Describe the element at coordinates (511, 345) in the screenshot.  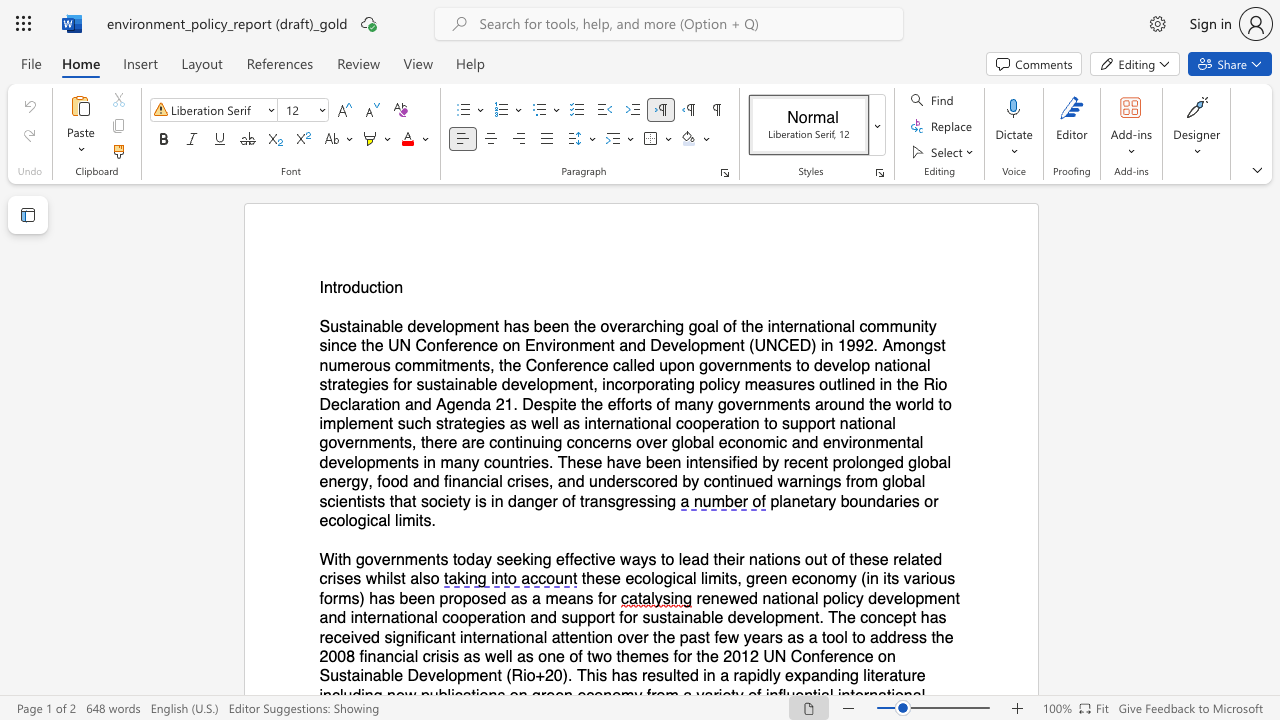
I see `the subset text "n Environment and Development (UNCED) in" within the text "Sustainable development has been the overarching goal of the international community since the UN Conference on Environment and Development (UNCED) in 1992. Amongst"` at that location.